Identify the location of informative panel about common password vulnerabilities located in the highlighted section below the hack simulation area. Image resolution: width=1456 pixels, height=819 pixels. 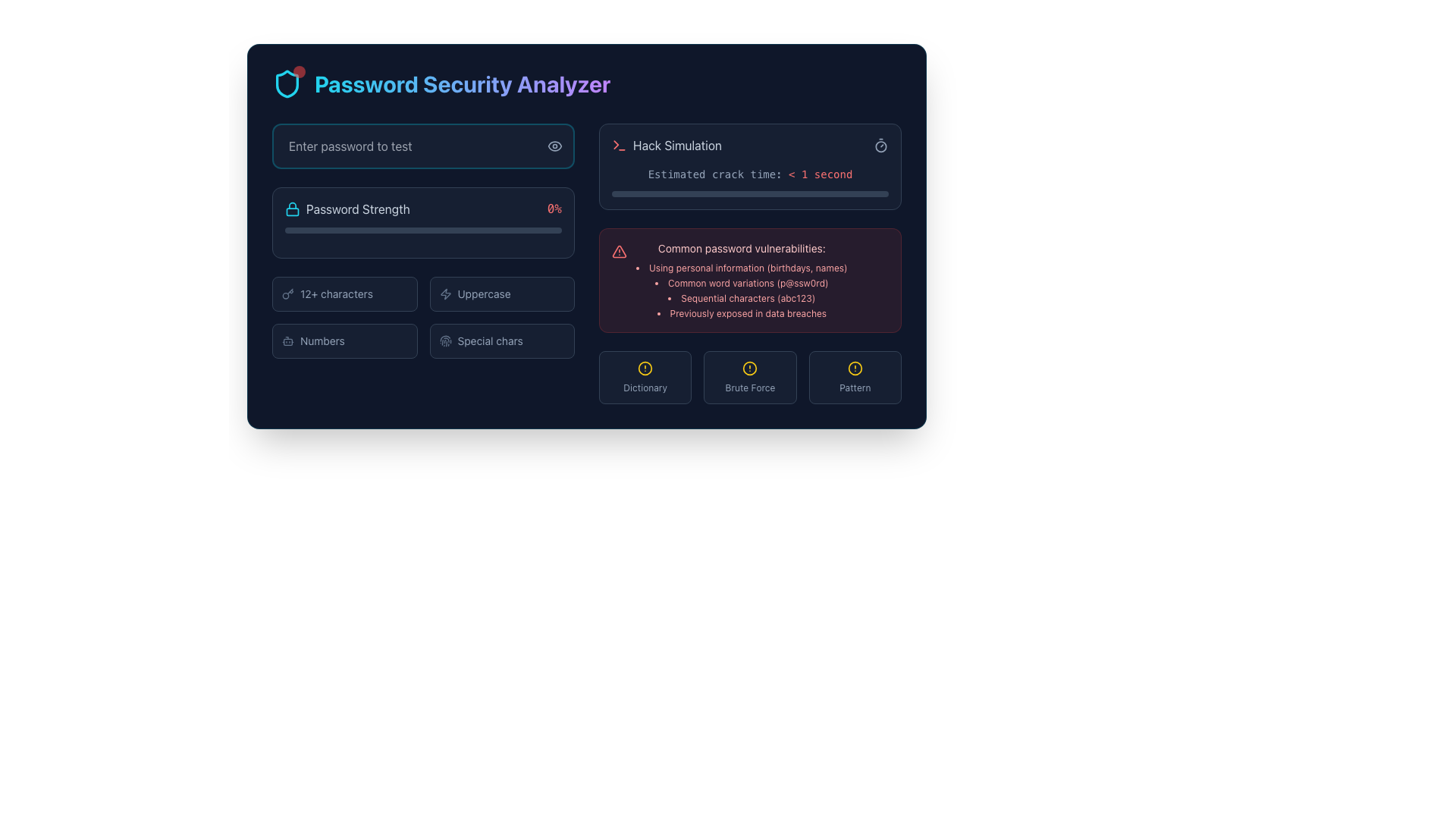
(750, 281).